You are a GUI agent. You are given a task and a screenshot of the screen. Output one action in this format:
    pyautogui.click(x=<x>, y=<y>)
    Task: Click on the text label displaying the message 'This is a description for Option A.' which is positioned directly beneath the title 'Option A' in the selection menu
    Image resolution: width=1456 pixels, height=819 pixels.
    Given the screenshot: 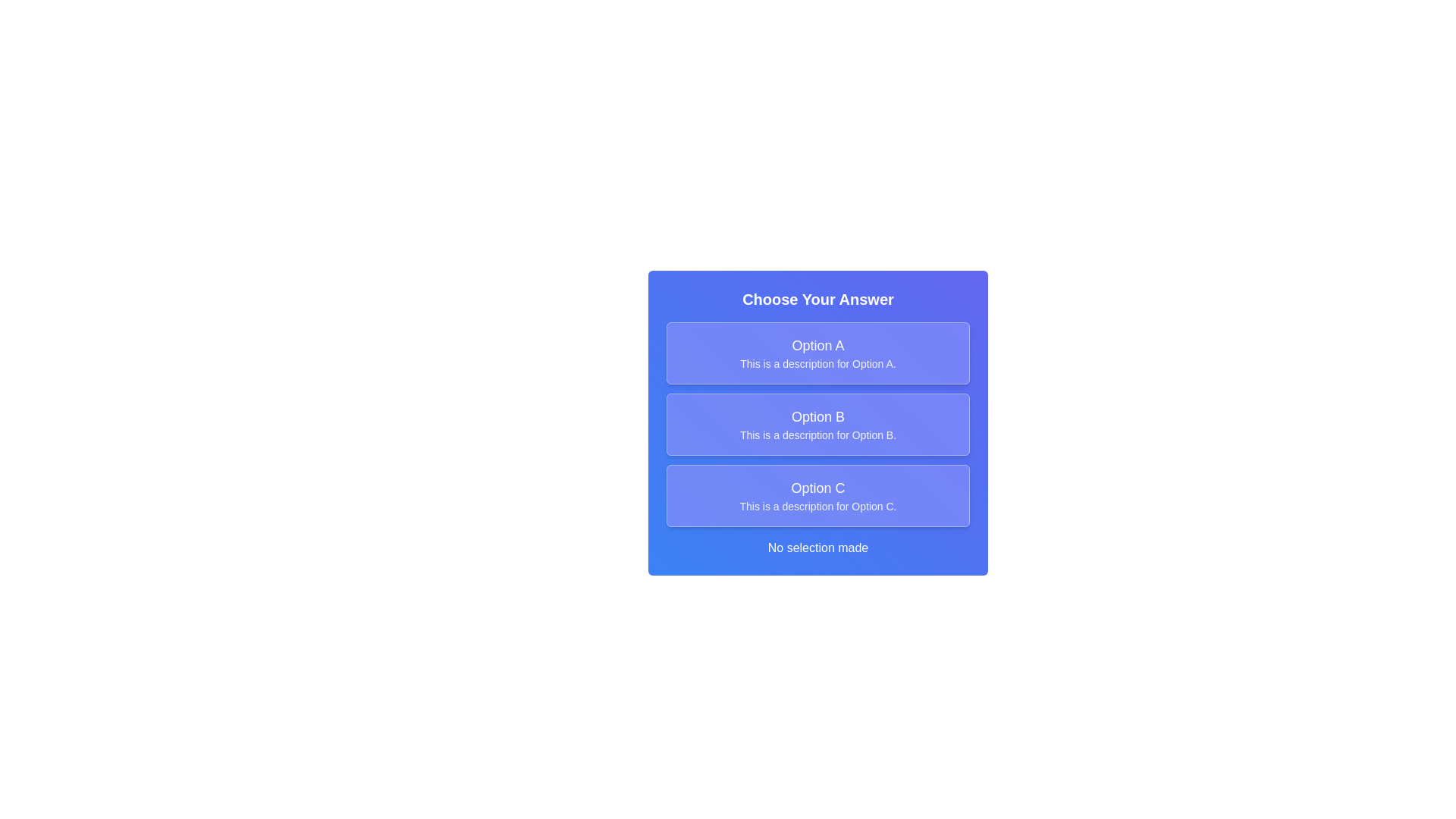 What is the action you would take?
    pyautogui.click(x=817, y=363)
    